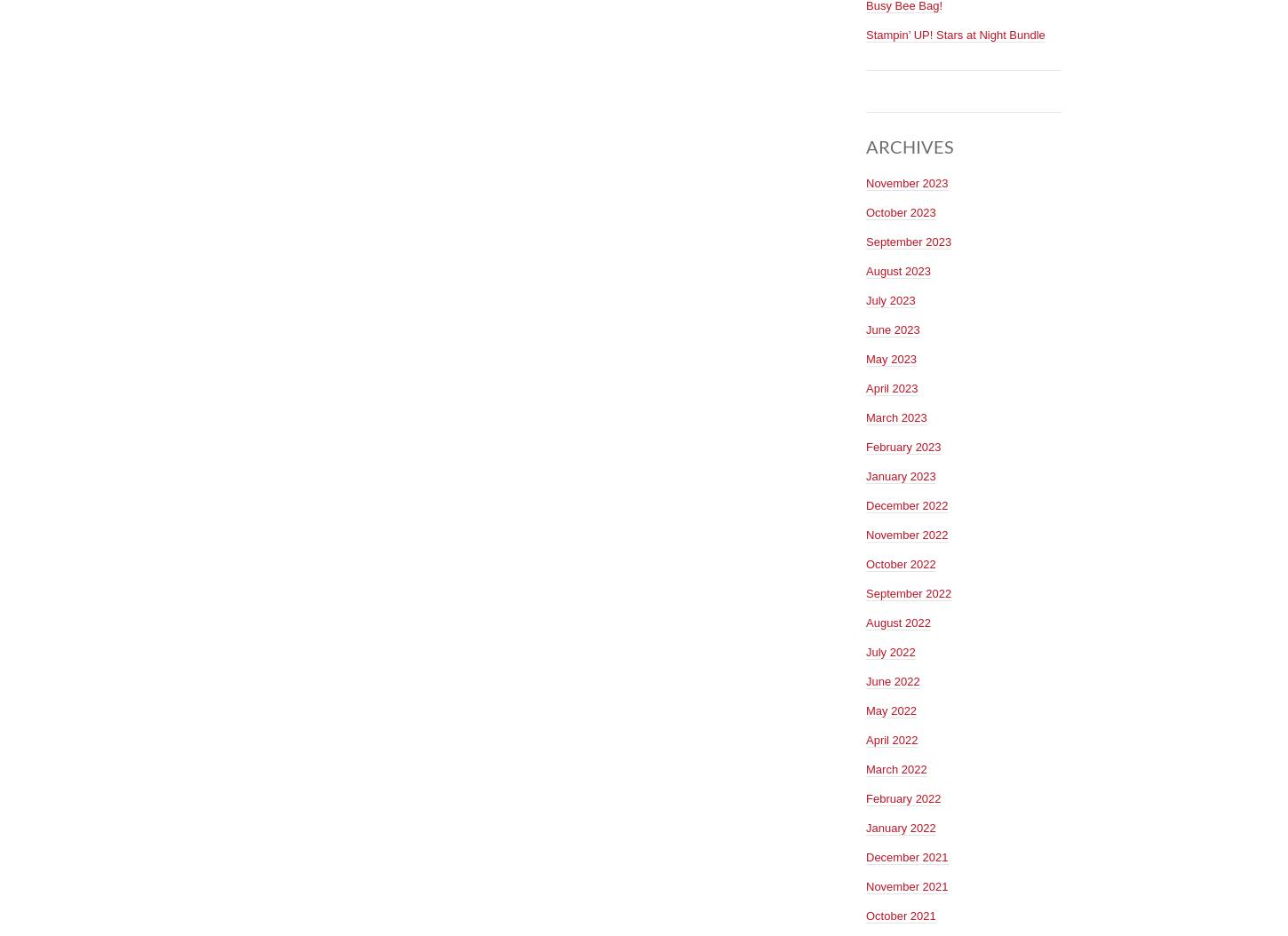 The width and height of the screenshot is (1288, 936). What do you see at coordinates (890, 299) in the screenshot?
I see `'July 2023'` at bounding box center [890, 299].